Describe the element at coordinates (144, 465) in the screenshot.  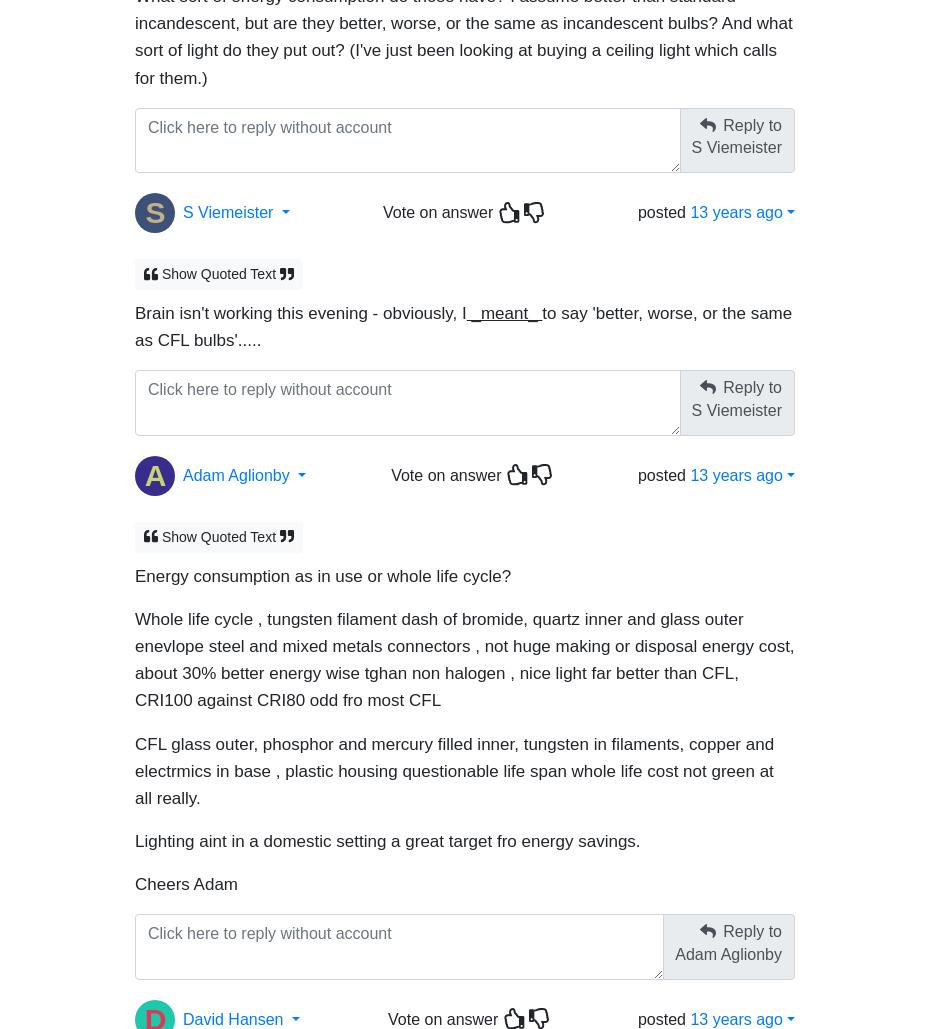
I see `'A'` at that location.